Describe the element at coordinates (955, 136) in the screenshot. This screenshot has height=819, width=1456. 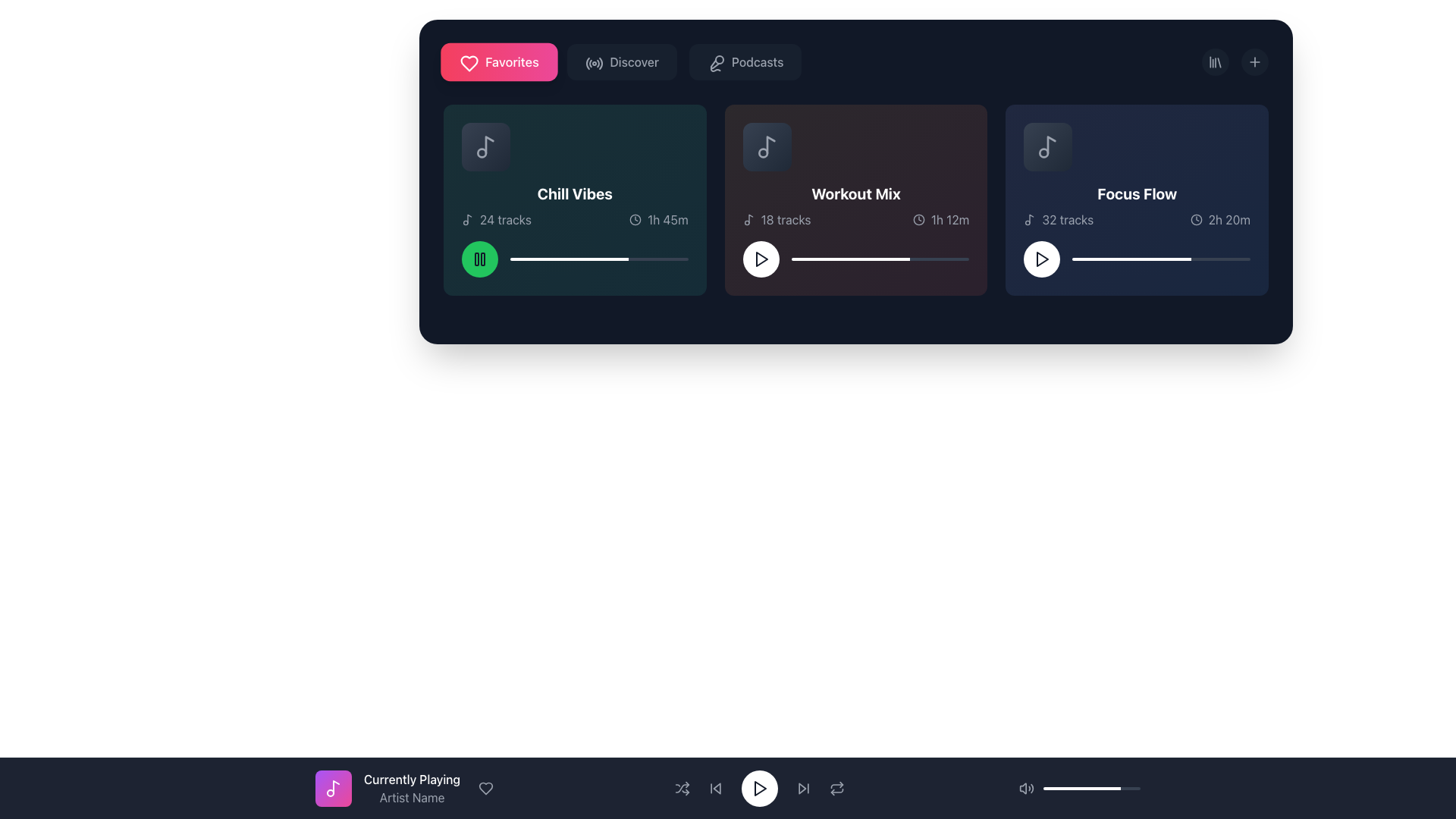
I see `the circular gray button with three dots arranged horizontally, located in the top-right corner of the 'Workout Mix' card, between 'Chill Vibes' and 'Focus Flow' cards` at that location.